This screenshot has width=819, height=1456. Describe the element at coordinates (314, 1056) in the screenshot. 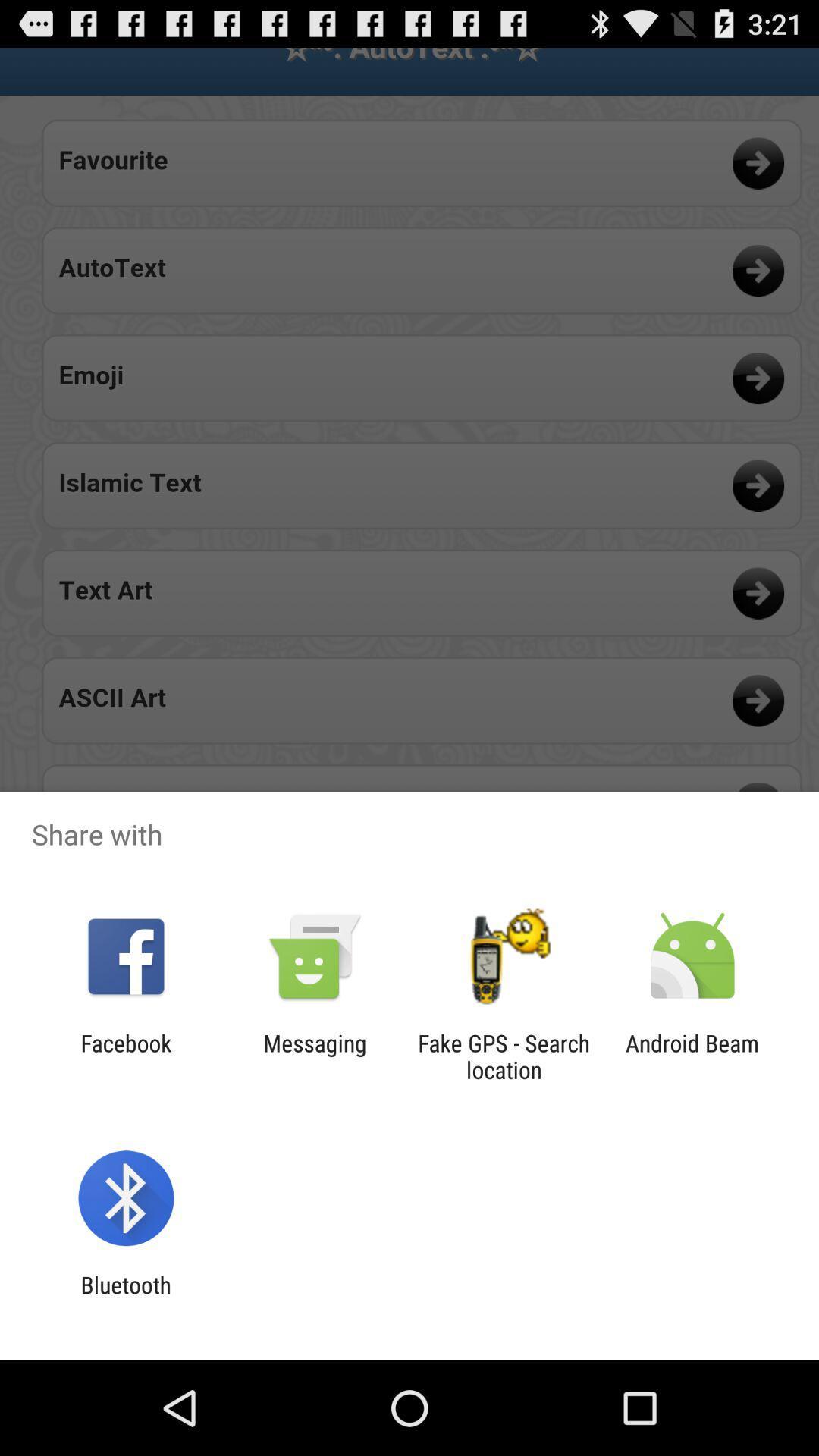

I see `the icon next to fake gps search` at that location.